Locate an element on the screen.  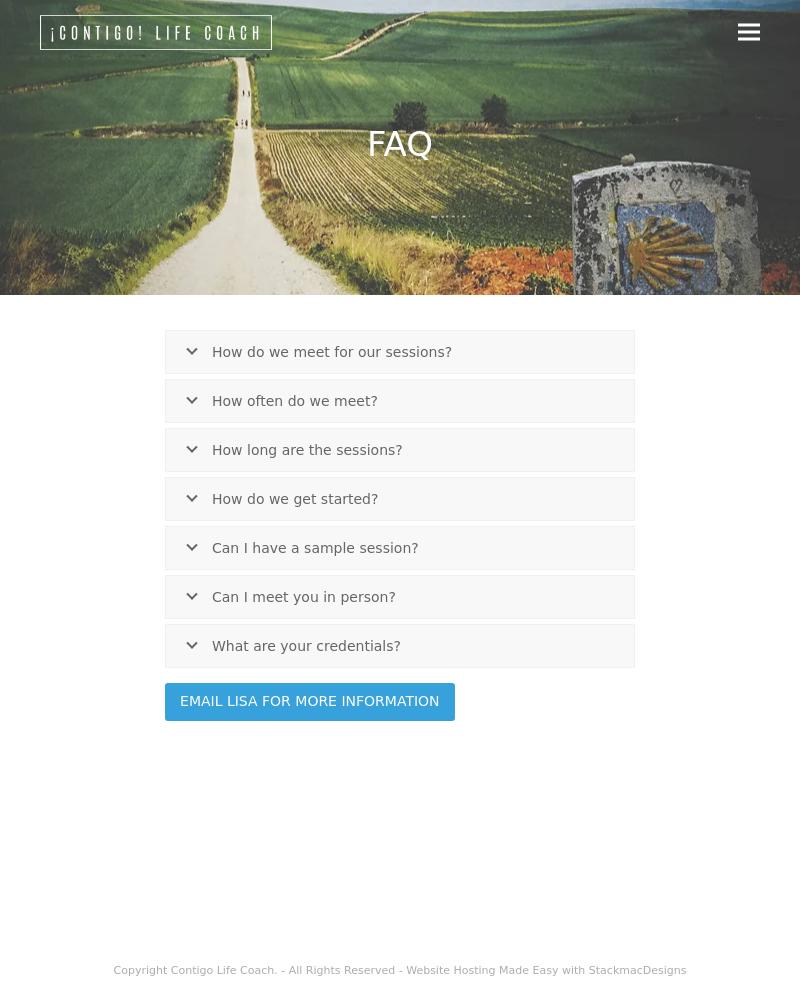
'How do we get started?' is located at coordinates (212, 497).